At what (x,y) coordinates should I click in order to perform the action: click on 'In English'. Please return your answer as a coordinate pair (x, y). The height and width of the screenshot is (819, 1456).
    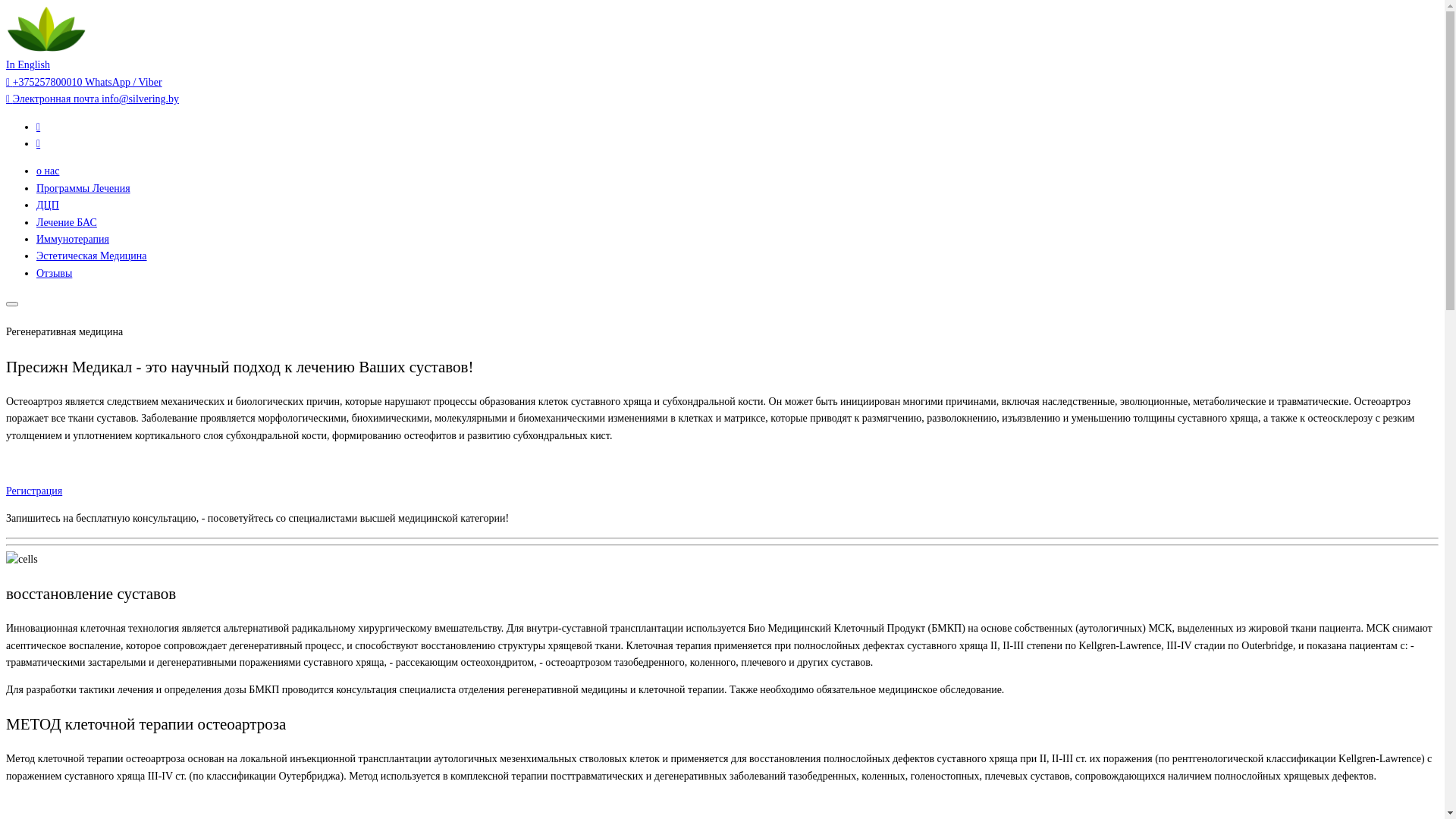
    Looking at the image, I should click on (28, 64).